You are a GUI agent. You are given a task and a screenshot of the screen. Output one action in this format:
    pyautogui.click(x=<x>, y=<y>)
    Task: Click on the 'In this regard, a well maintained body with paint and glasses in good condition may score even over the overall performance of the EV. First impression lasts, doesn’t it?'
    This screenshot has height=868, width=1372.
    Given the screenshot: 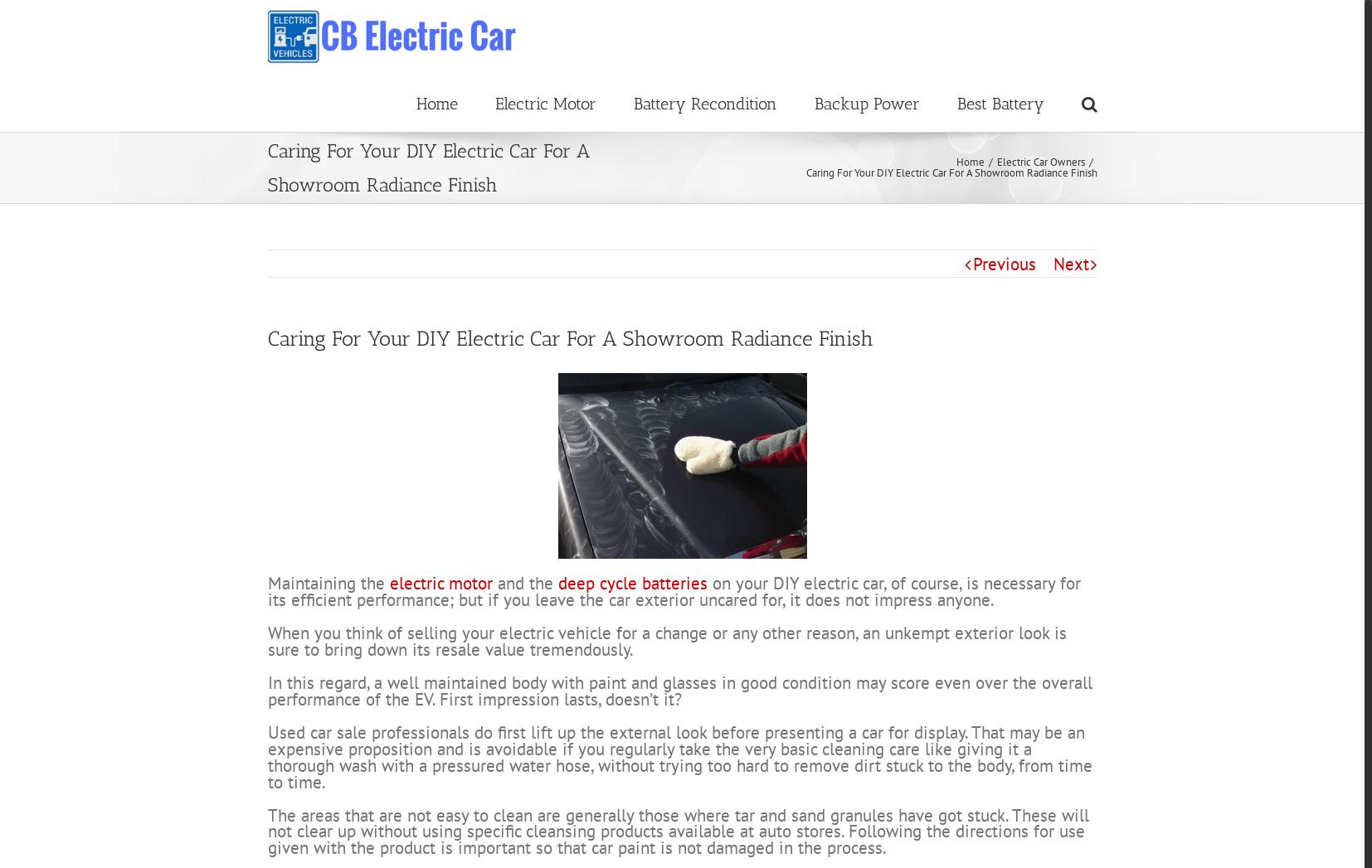 What is the action you would take?
    pyautogui.click(x=679, y=751)
    